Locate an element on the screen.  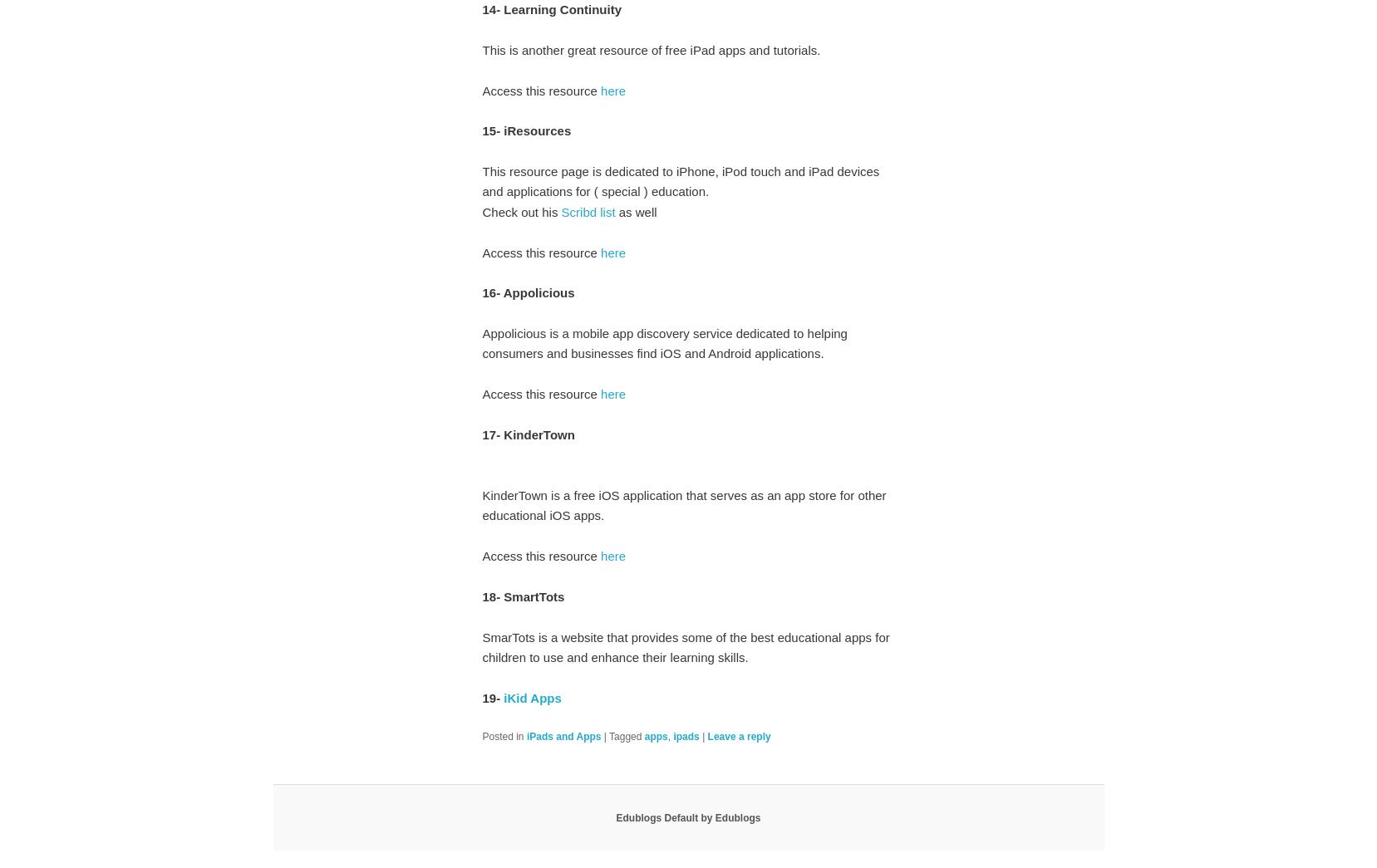
'Leave a reply' is located at coordinates (738, 735).